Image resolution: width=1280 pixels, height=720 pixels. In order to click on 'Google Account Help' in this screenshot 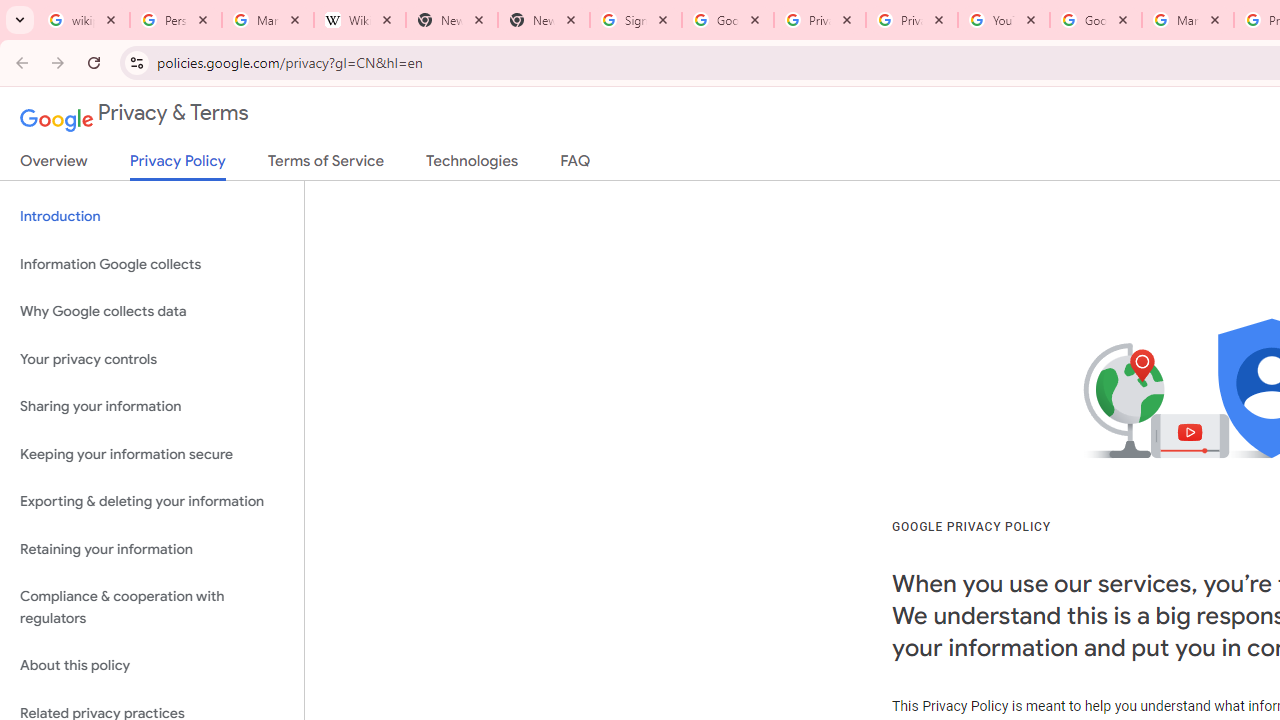, I will do `click(1094, 20)`.